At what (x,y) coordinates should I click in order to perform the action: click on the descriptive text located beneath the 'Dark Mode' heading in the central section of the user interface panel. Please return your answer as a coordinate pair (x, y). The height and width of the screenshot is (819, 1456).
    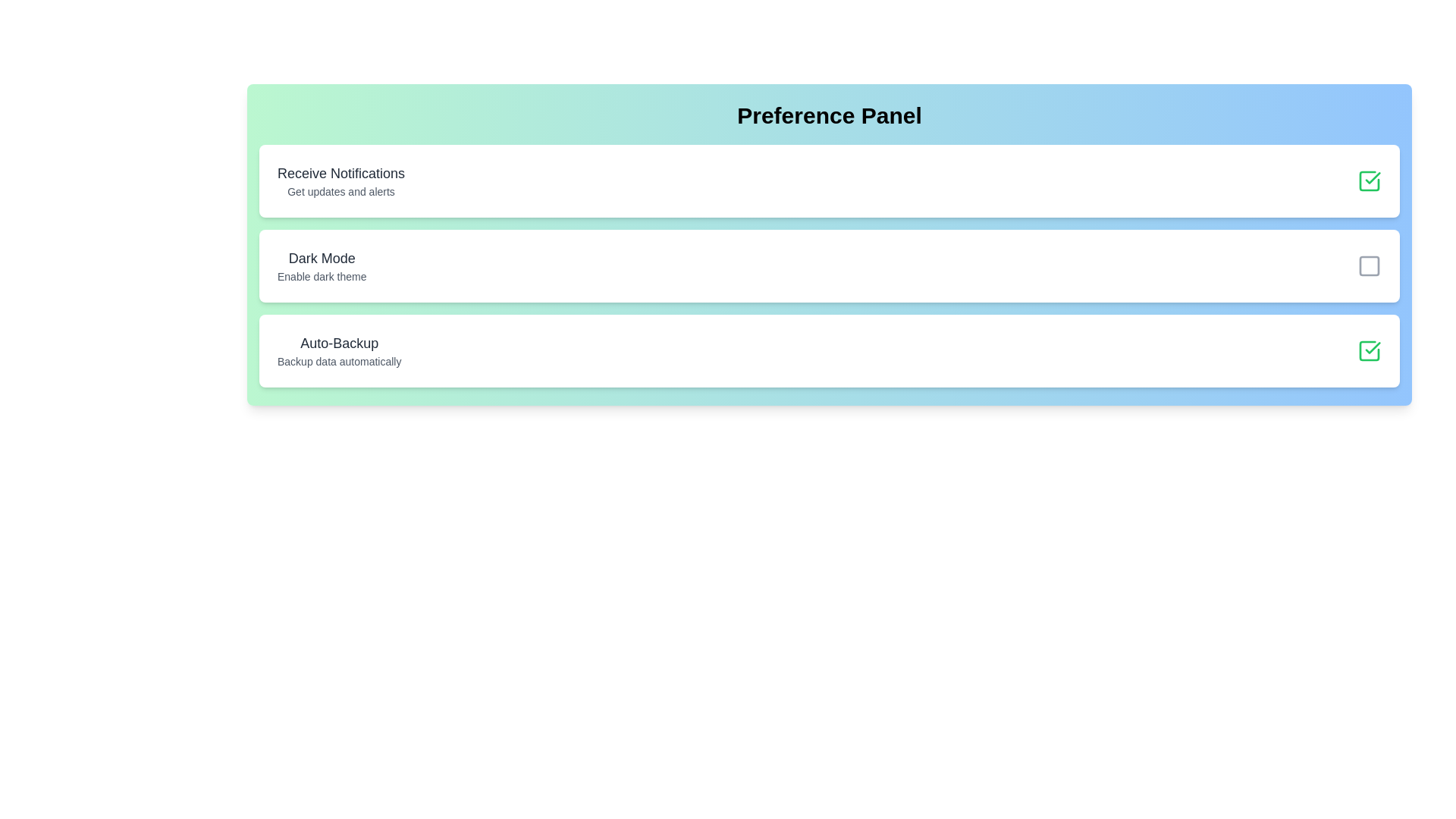
    Looking at the image, I should click on (321, 277).